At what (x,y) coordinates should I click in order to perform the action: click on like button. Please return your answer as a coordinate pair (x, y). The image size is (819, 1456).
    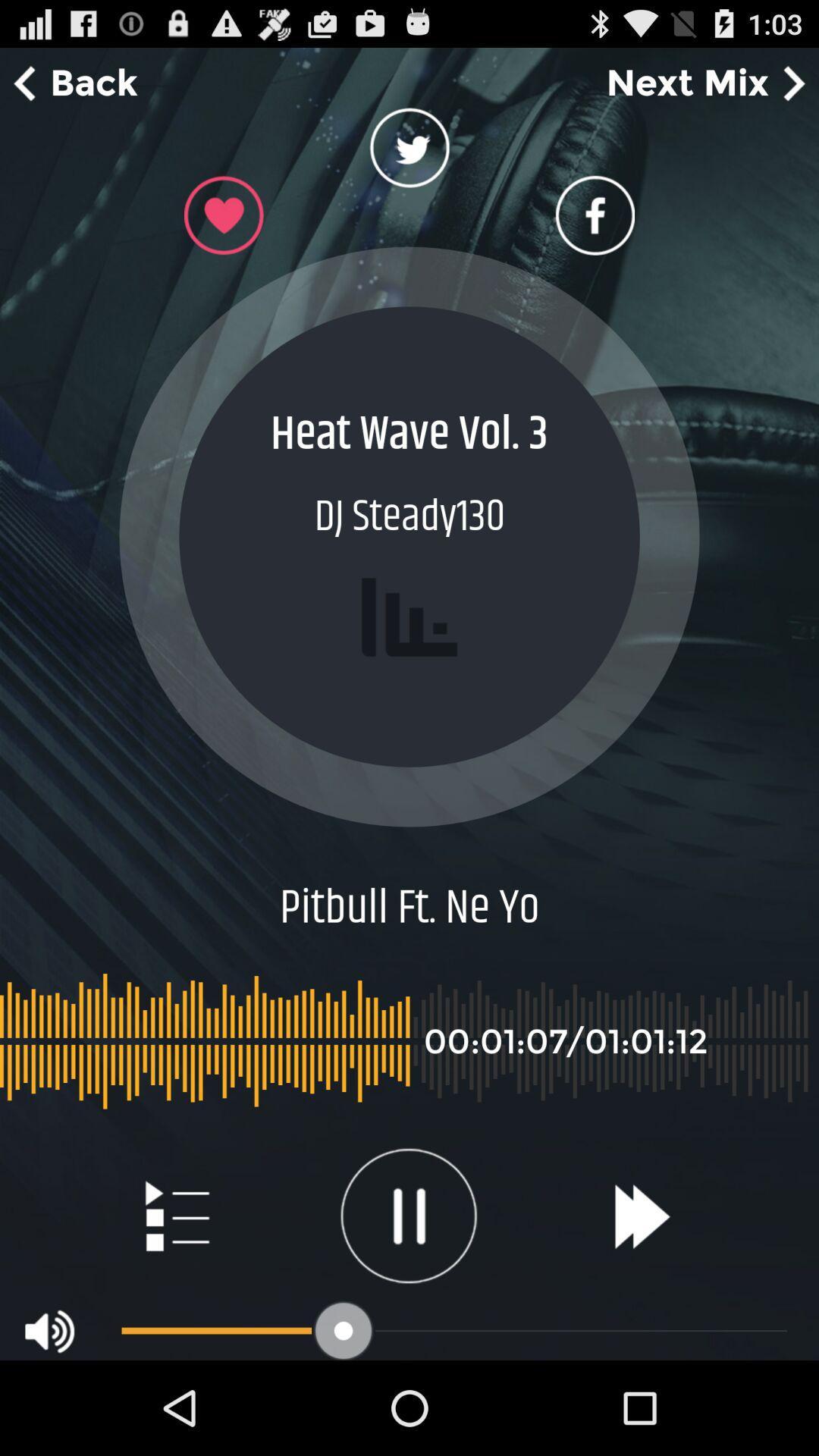
    Looking at the image, I should click on (224, 215).